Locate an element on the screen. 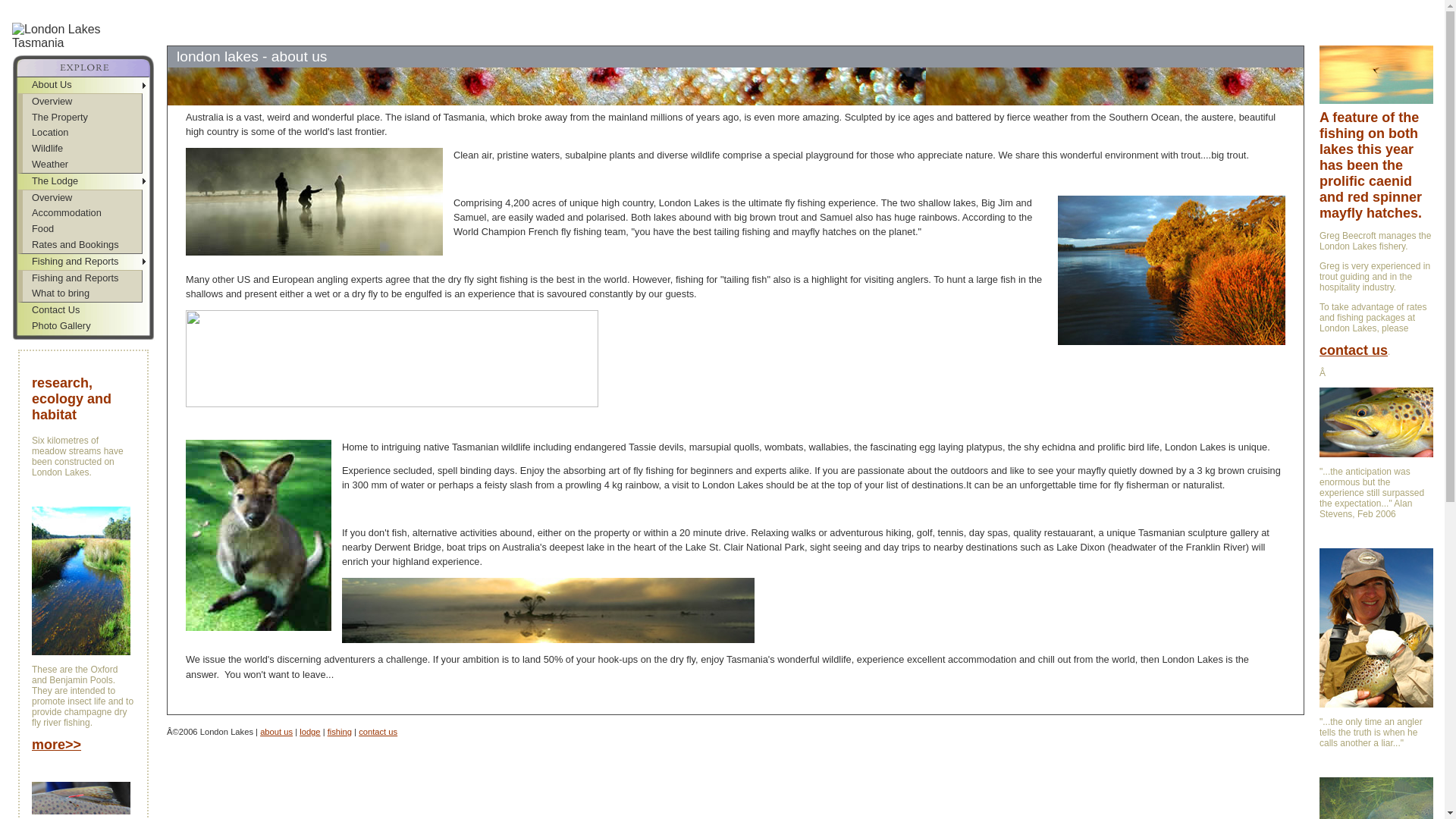 The height and width of the screenshot is (819, 1456). 'Location' is located at coordinates (81, 132).